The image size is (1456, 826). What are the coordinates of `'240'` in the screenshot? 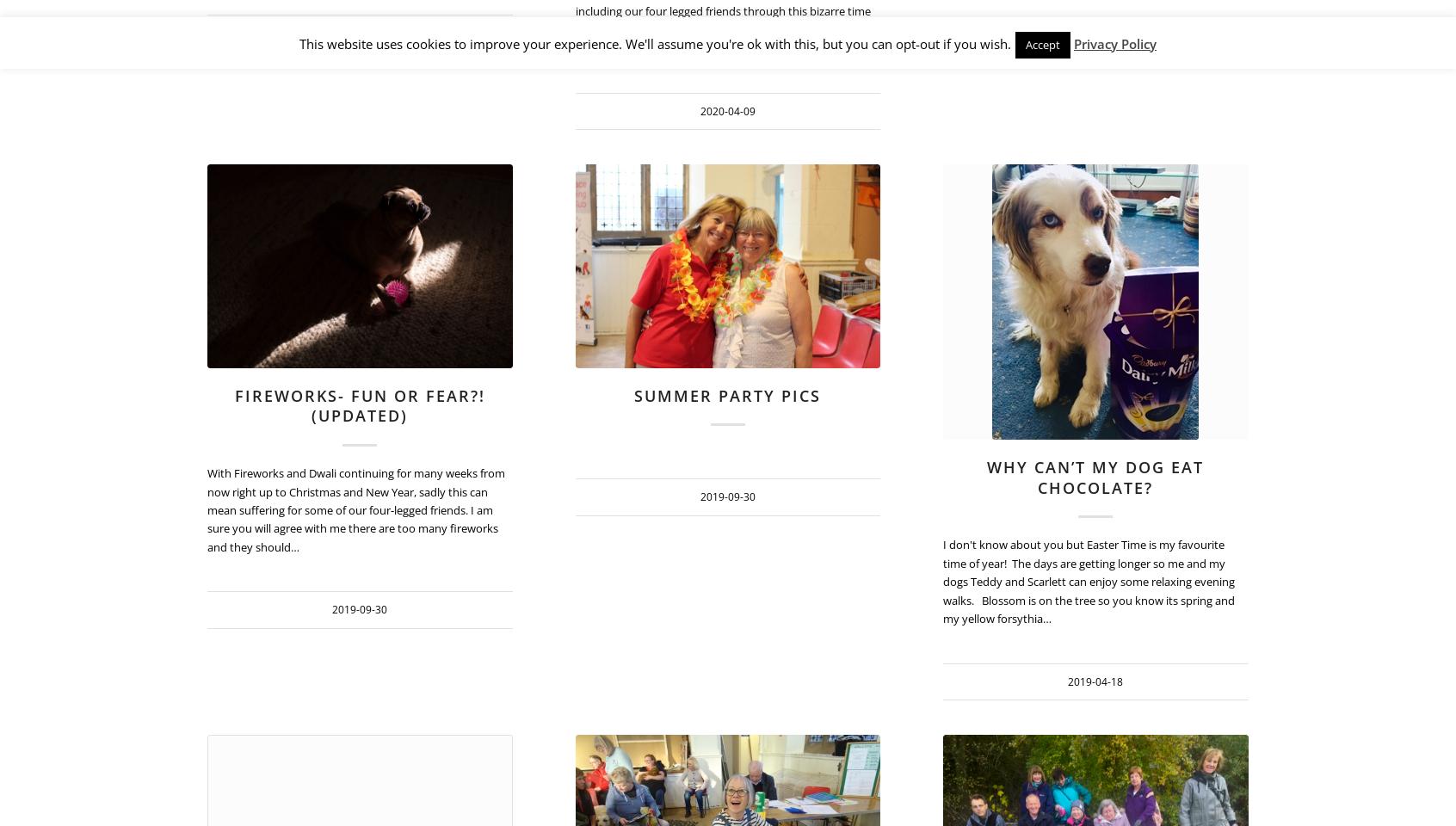 It's located at (1277, 209).